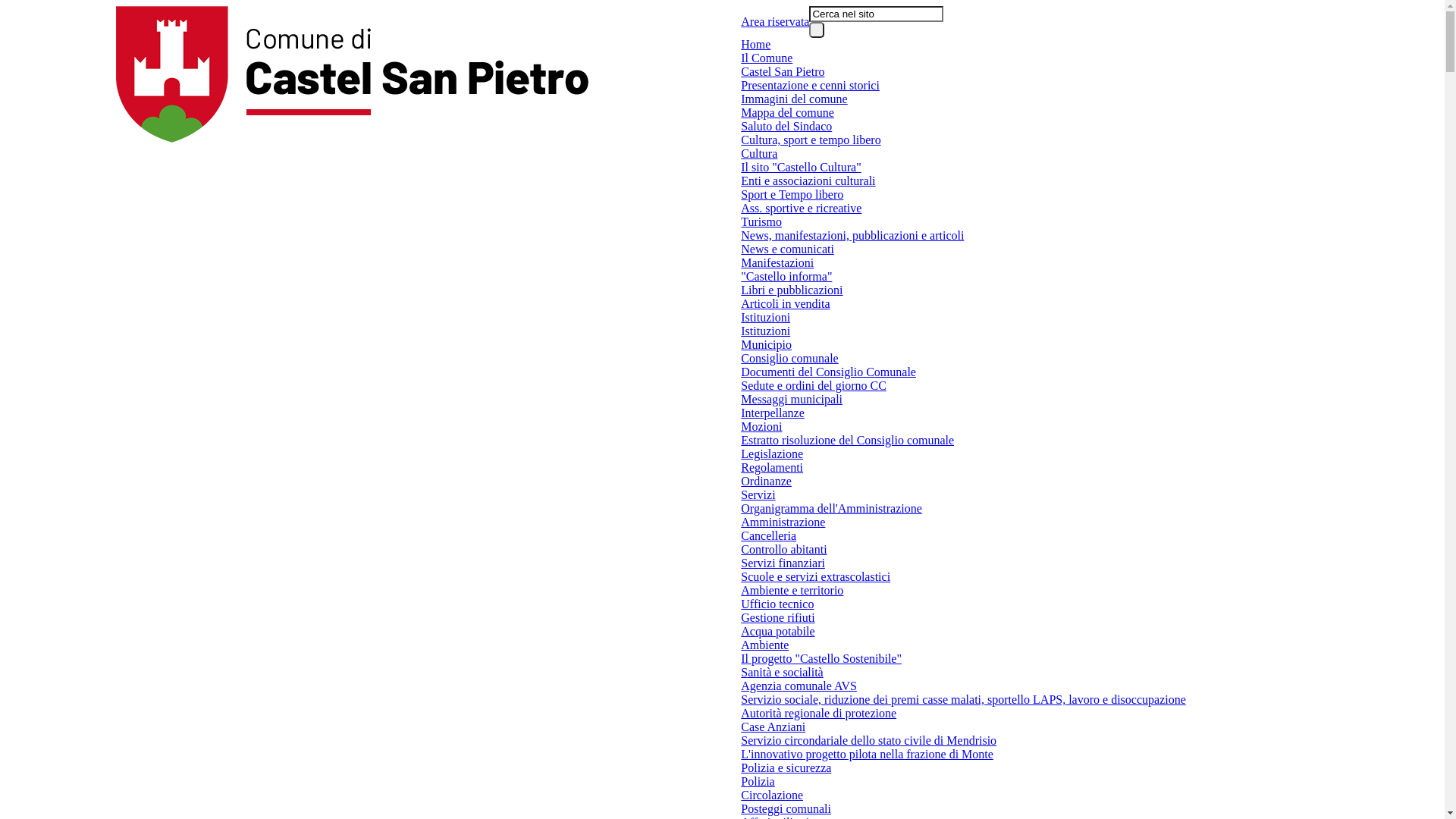 The height and width of the screenshot is (819, 1456). What do you see at coordinates (741, 72) in the screenshot?
I see `'Castel San Pietro'` at bounding box center [741, 72].